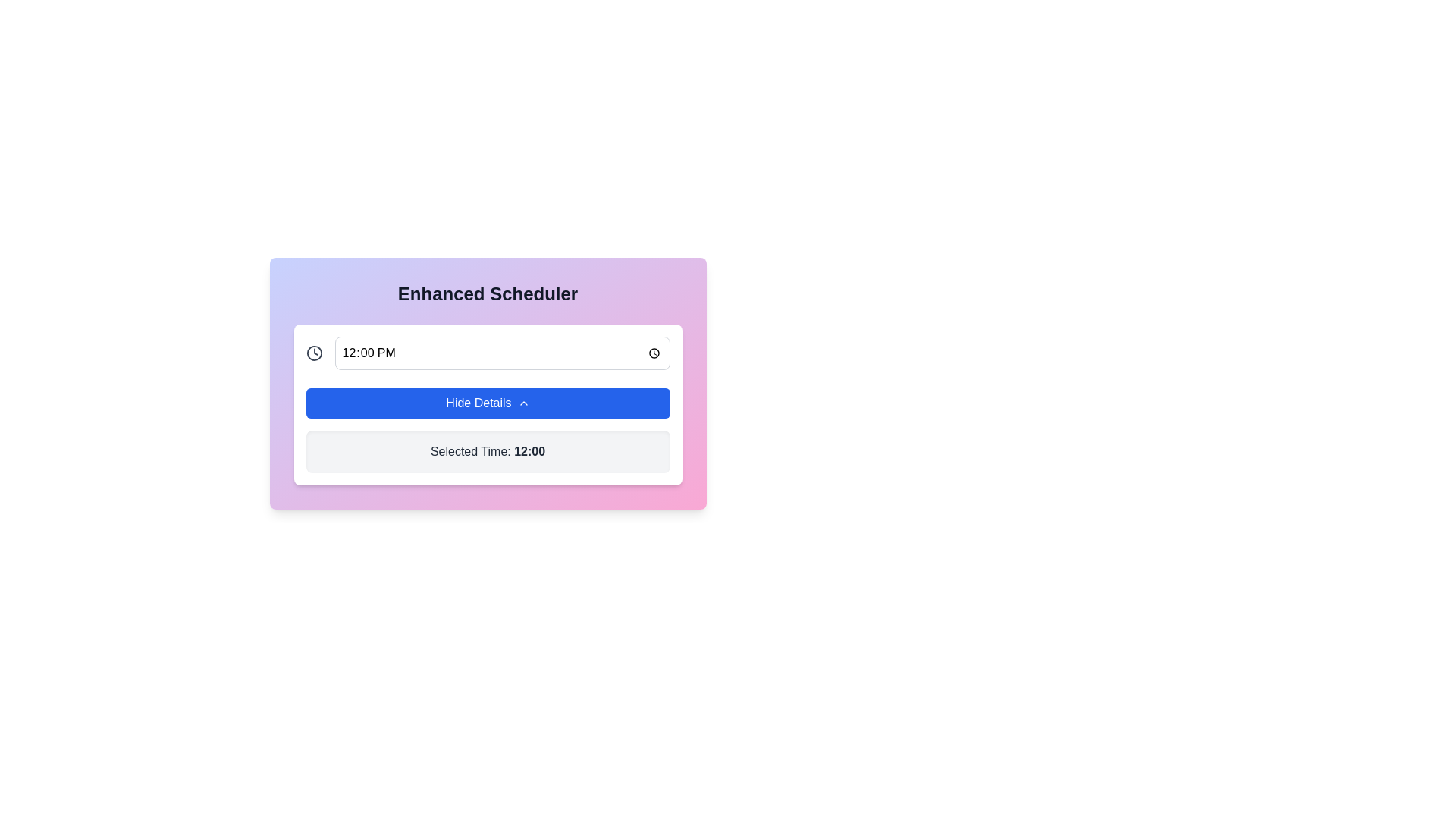 The width and height of the screenshot is (1456, 819). Describe the element at coordinates (313, 353) in the screenshot. I see `the circular clock icon located to the left of the '12:00 PM' text input box, which serves as a visual indicator for time selection` at that location.